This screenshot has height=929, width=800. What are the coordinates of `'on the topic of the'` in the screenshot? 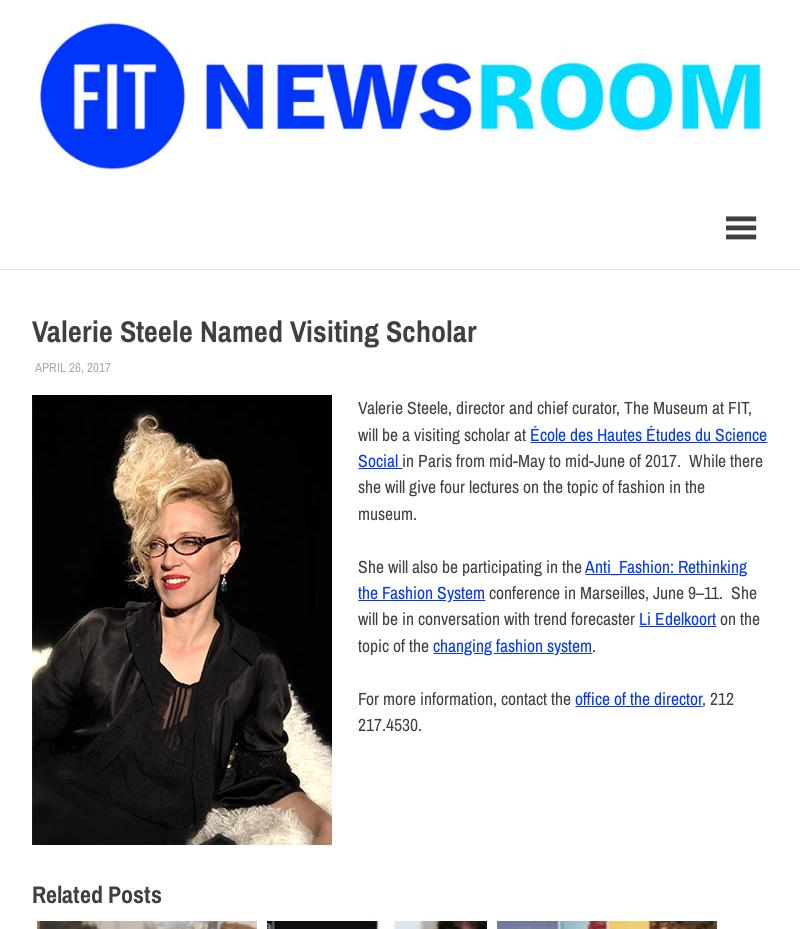 It's located at (558, 630).